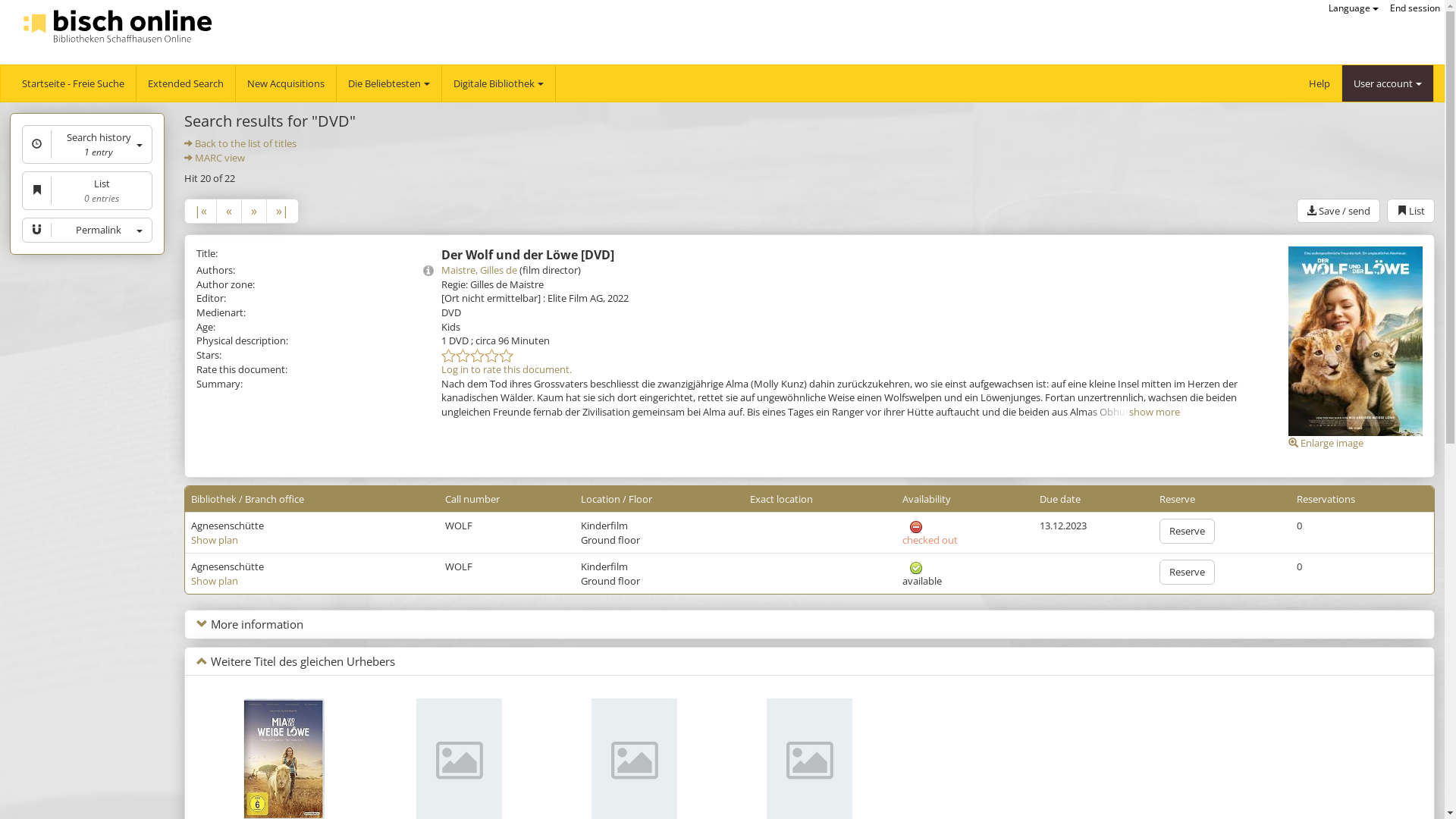 The width and height of the screenshot is (1456, 819). What do you see at coordinates (274, 499) in the screenshot?
I see `'Branch office'` at bounding box center [274, 499].